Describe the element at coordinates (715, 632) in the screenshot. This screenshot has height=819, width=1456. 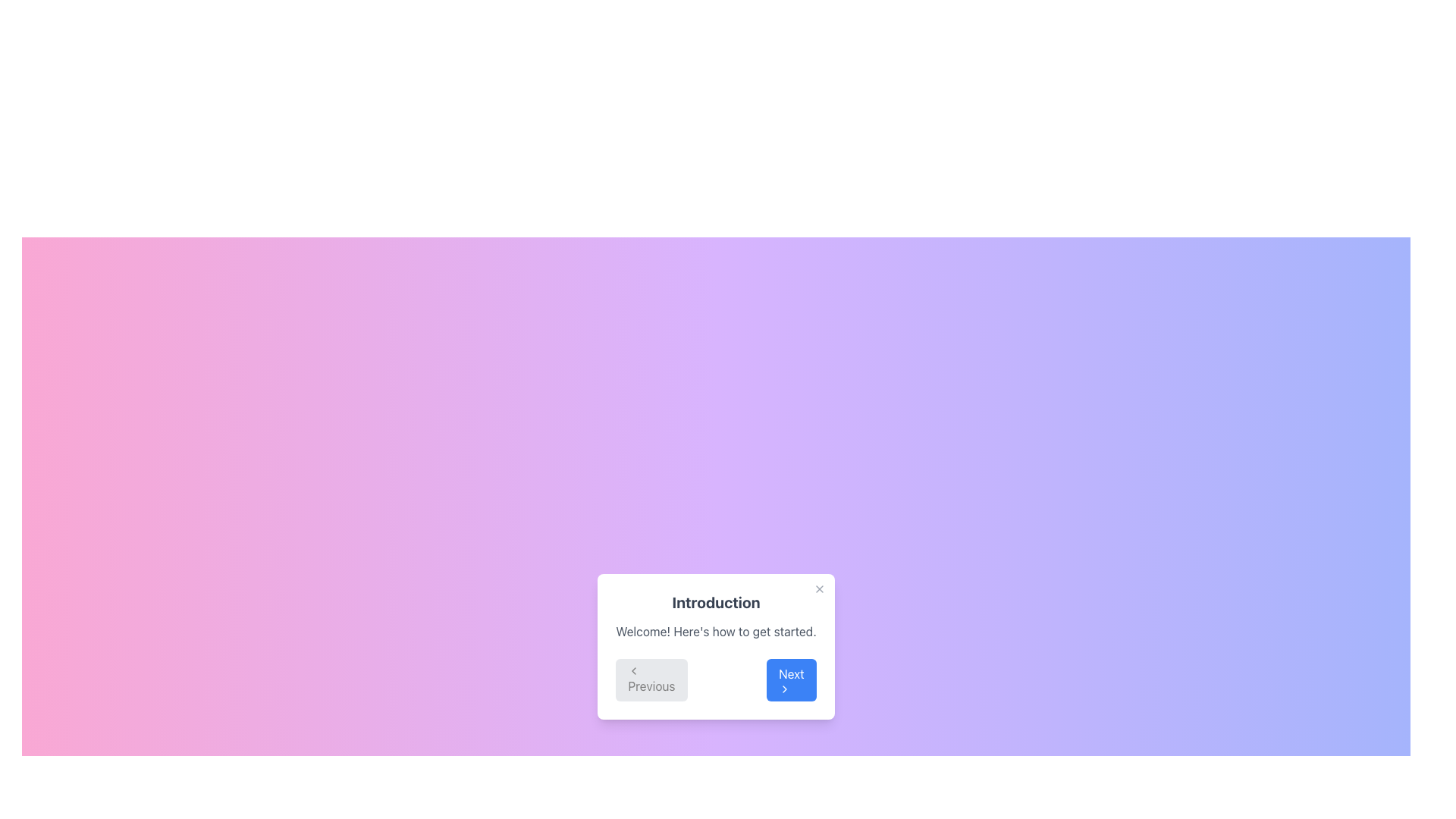
I see `the welcoming message text displayed below the title 'Introduction' in the card` at that location.